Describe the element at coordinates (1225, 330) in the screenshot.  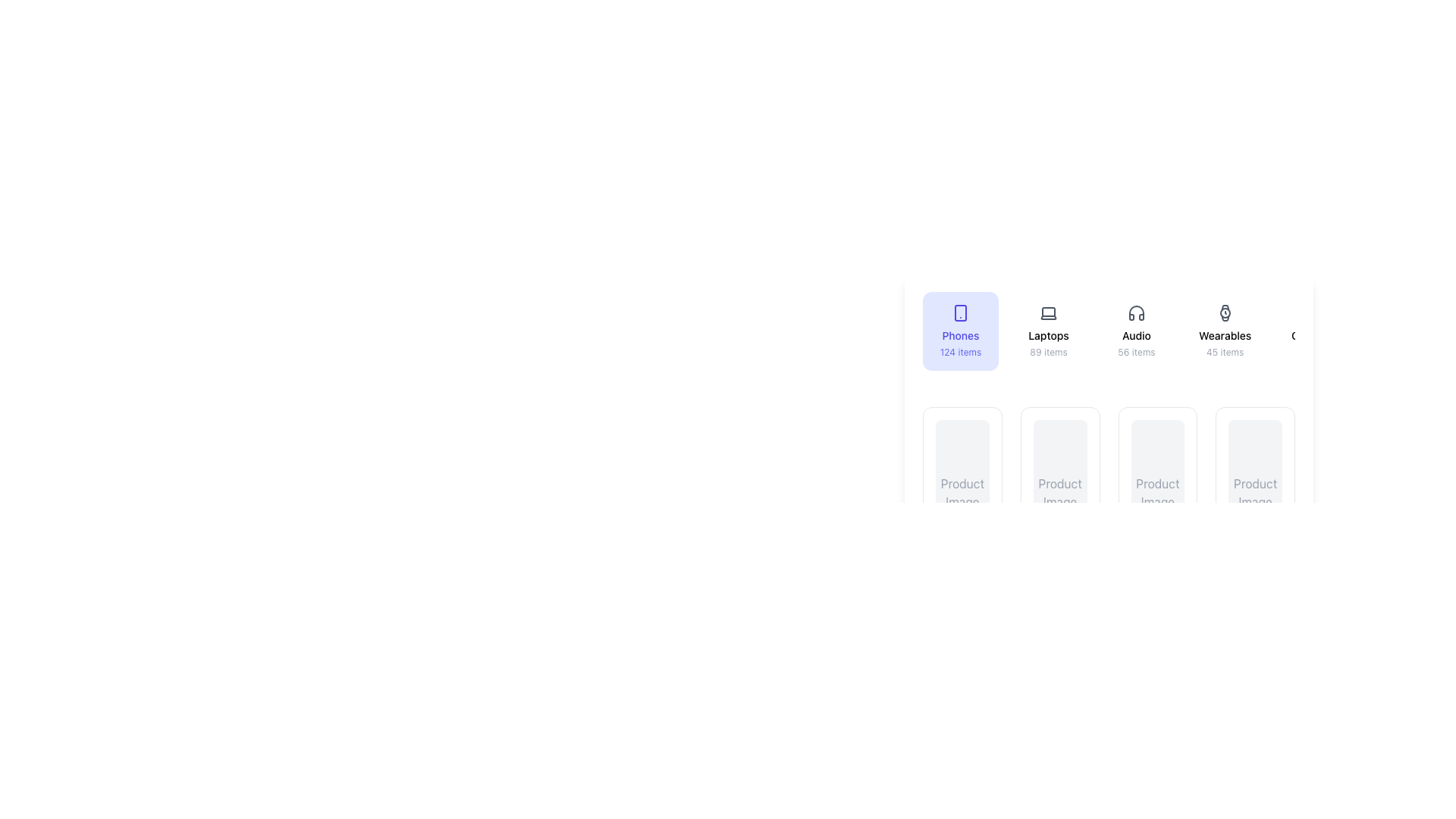
I see `the fourth category card from the left in the horizontal list, which is designated for 'Wearables', to filter or navigate to the 'Wearables' section` at that location.